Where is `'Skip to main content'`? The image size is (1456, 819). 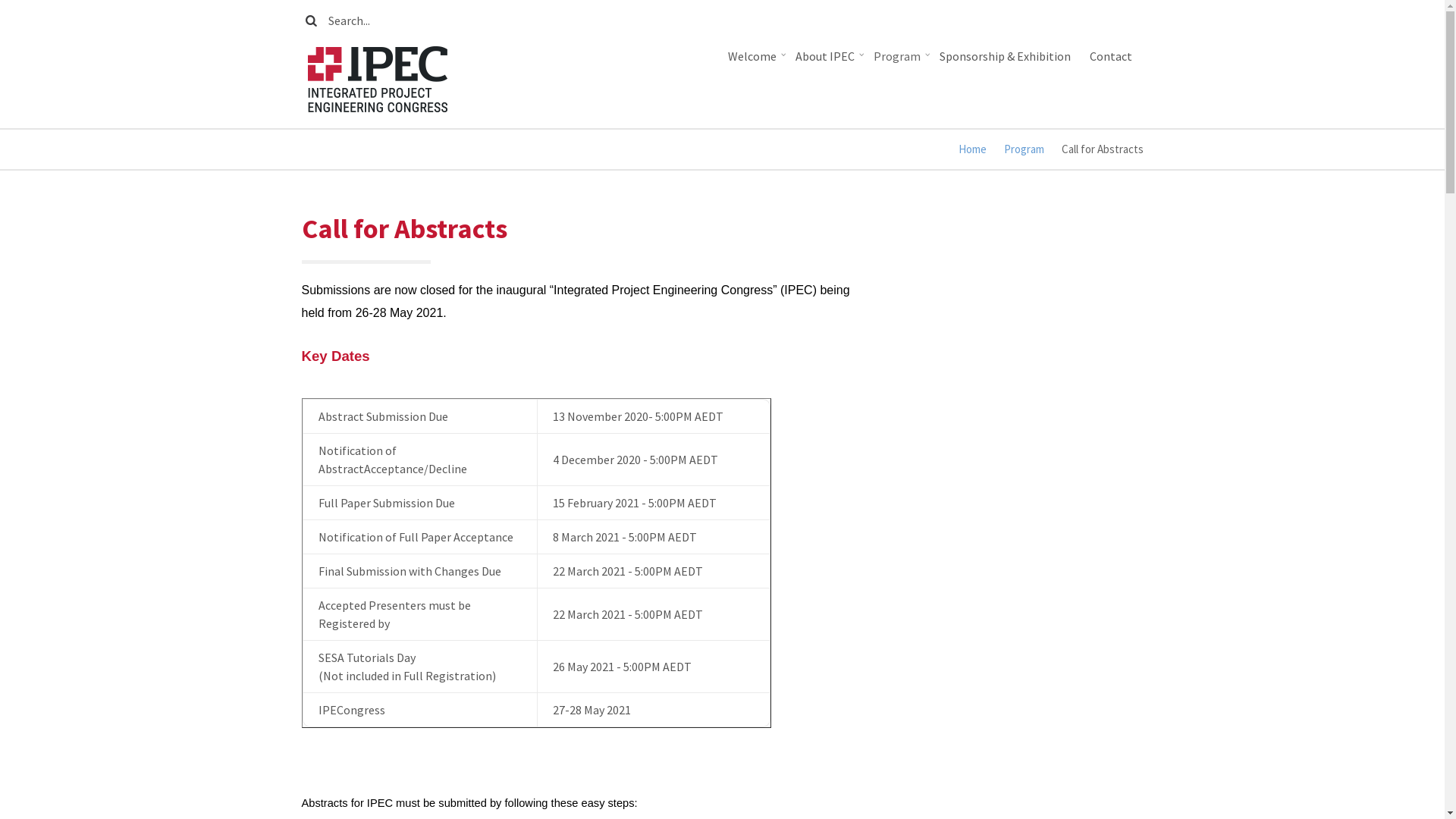 'Skip to main content' is located at coordinates (0, 0).